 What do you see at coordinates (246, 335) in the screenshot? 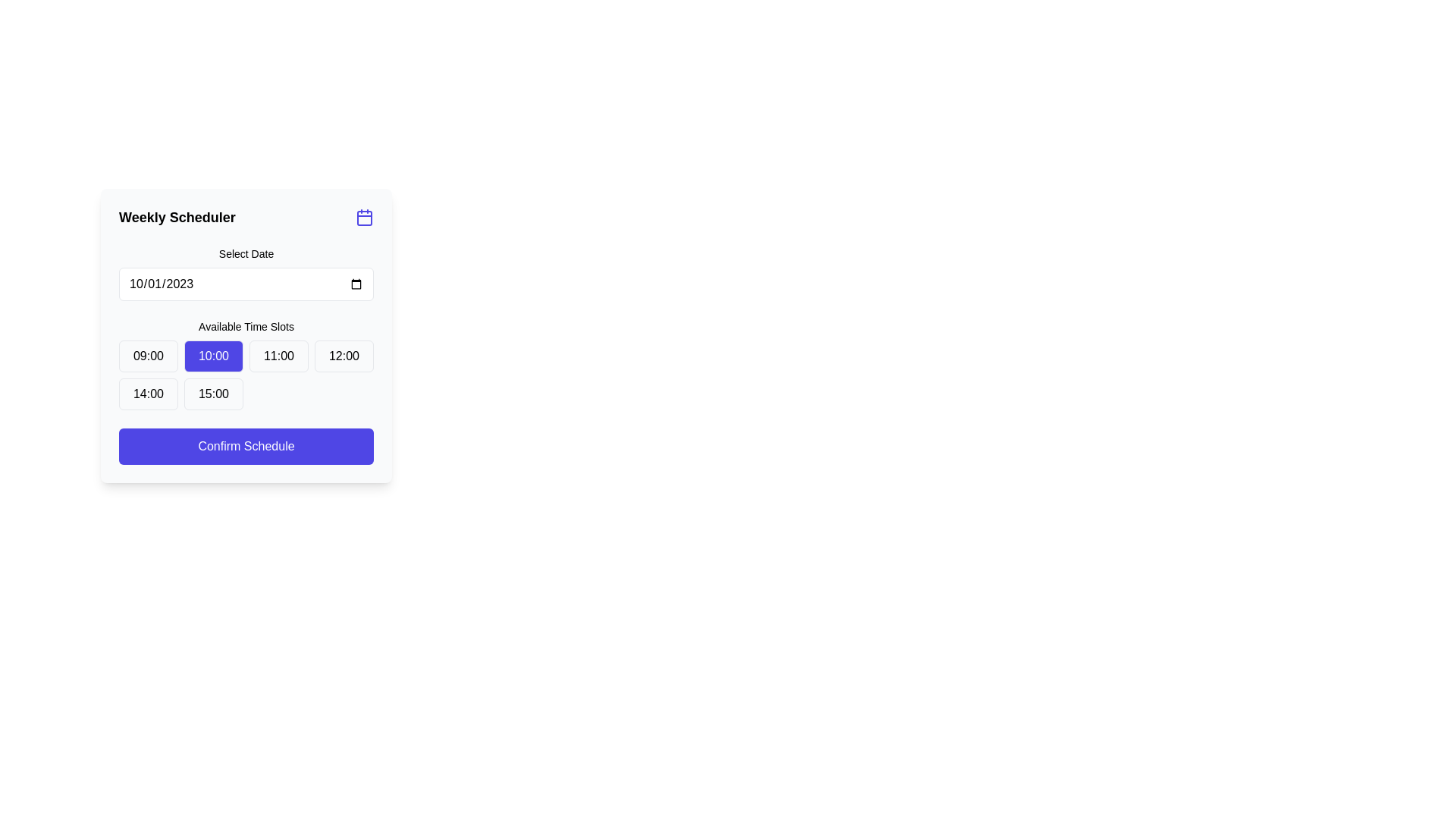
I see `the time slot button within the 'Weekly Scheduler' card-based widget` at bounding box center [246, 335].